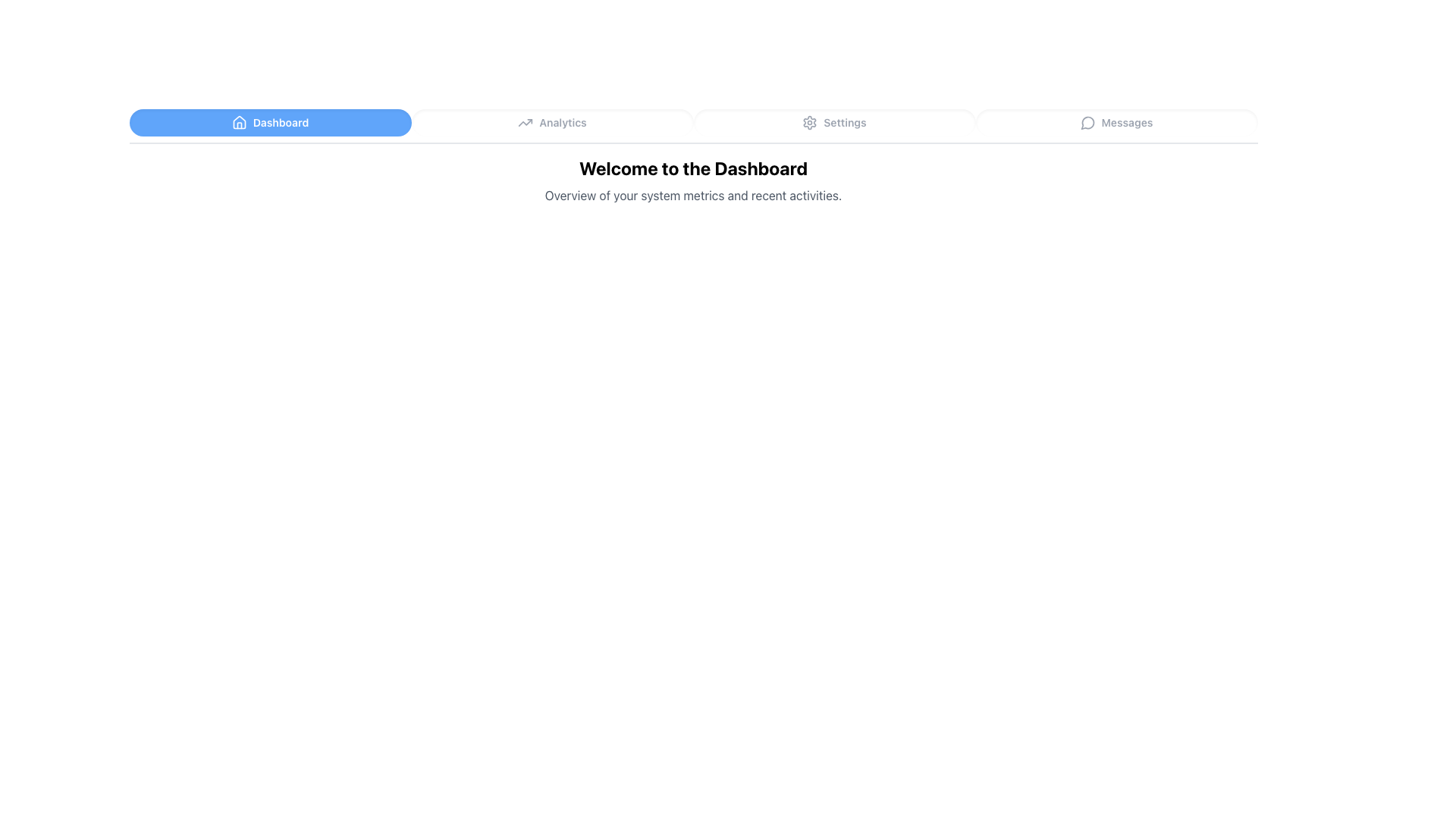 Image resolution: width=1456 pixels, height=819 pixels. Describe the element at coordinates (692, 195) in the screenshot. I see `the introductory description text located below 'Welcome to the Dashboard', which provides an overview statement for the section` at that location.